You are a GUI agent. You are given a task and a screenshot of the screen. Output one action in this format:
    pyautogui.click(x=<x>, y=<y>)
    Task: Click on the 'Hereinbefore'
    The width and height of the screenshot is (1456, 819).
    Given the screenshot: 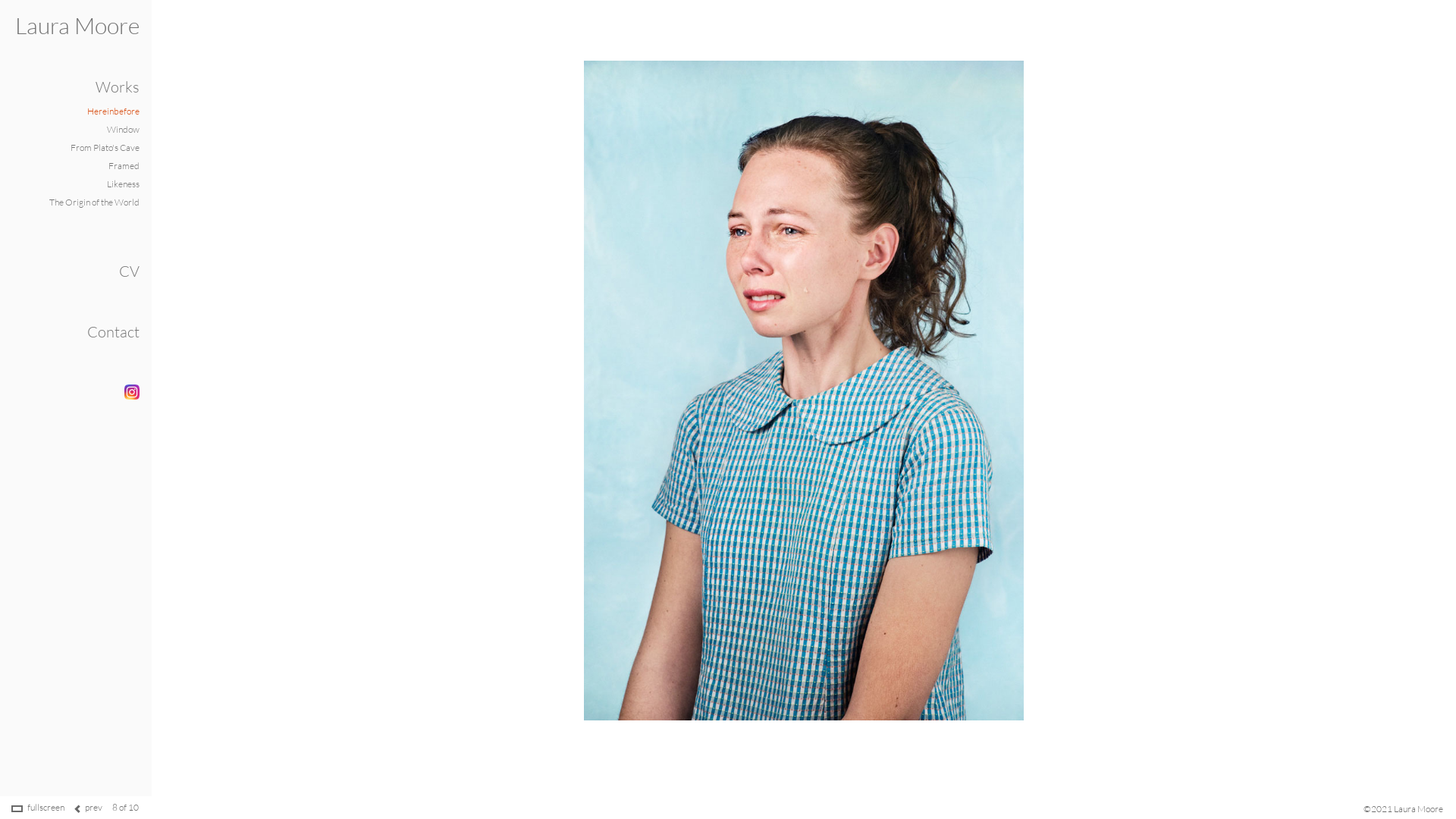 What is the action you would take?
    pyautogui.click(x=112, y=110)
    